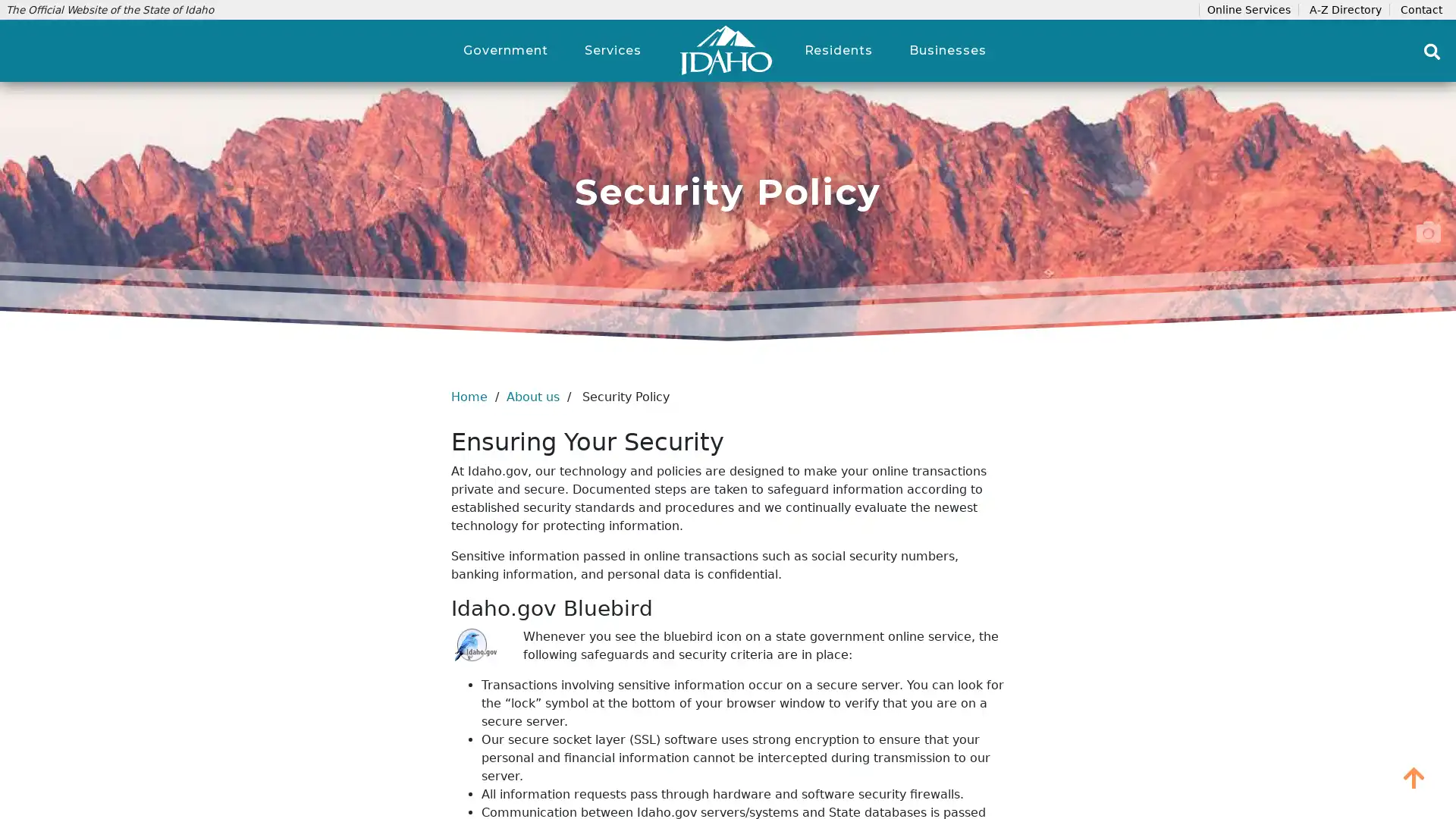 This screenshot has height=819, width=1456. I want to click on Search, so click(1432, 51).